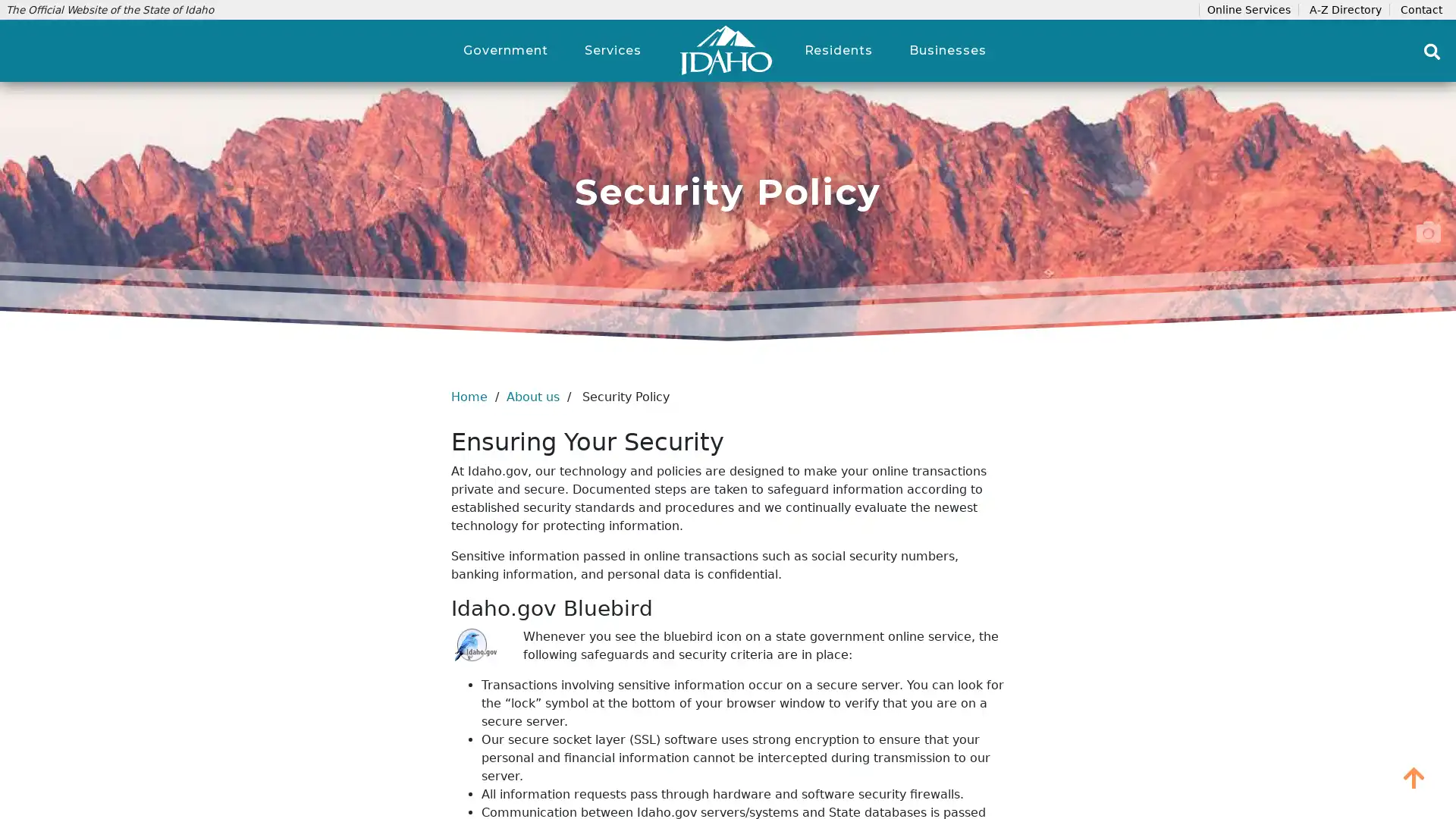 This screenshot has height=819, width=1456. I want to click on Search, so click(1432, 51).